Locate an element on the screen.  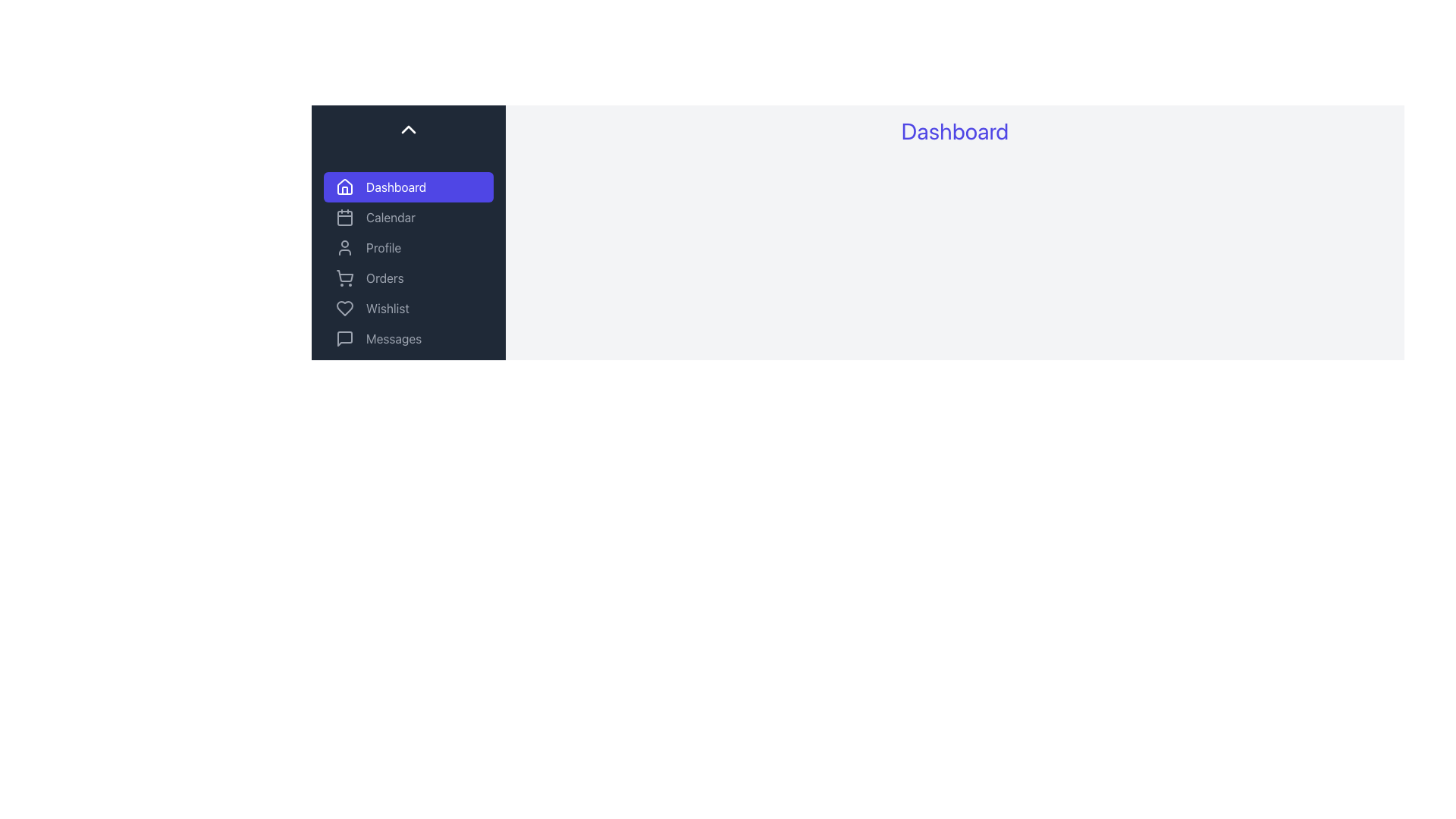
the heart-shaped icon in the sidebar, which is located adjacent to the 'Wishlist' label. This icon is the fifth item from the top, positioned below 'Orders' and above 'Messages' is located at coordinates (344, 308).